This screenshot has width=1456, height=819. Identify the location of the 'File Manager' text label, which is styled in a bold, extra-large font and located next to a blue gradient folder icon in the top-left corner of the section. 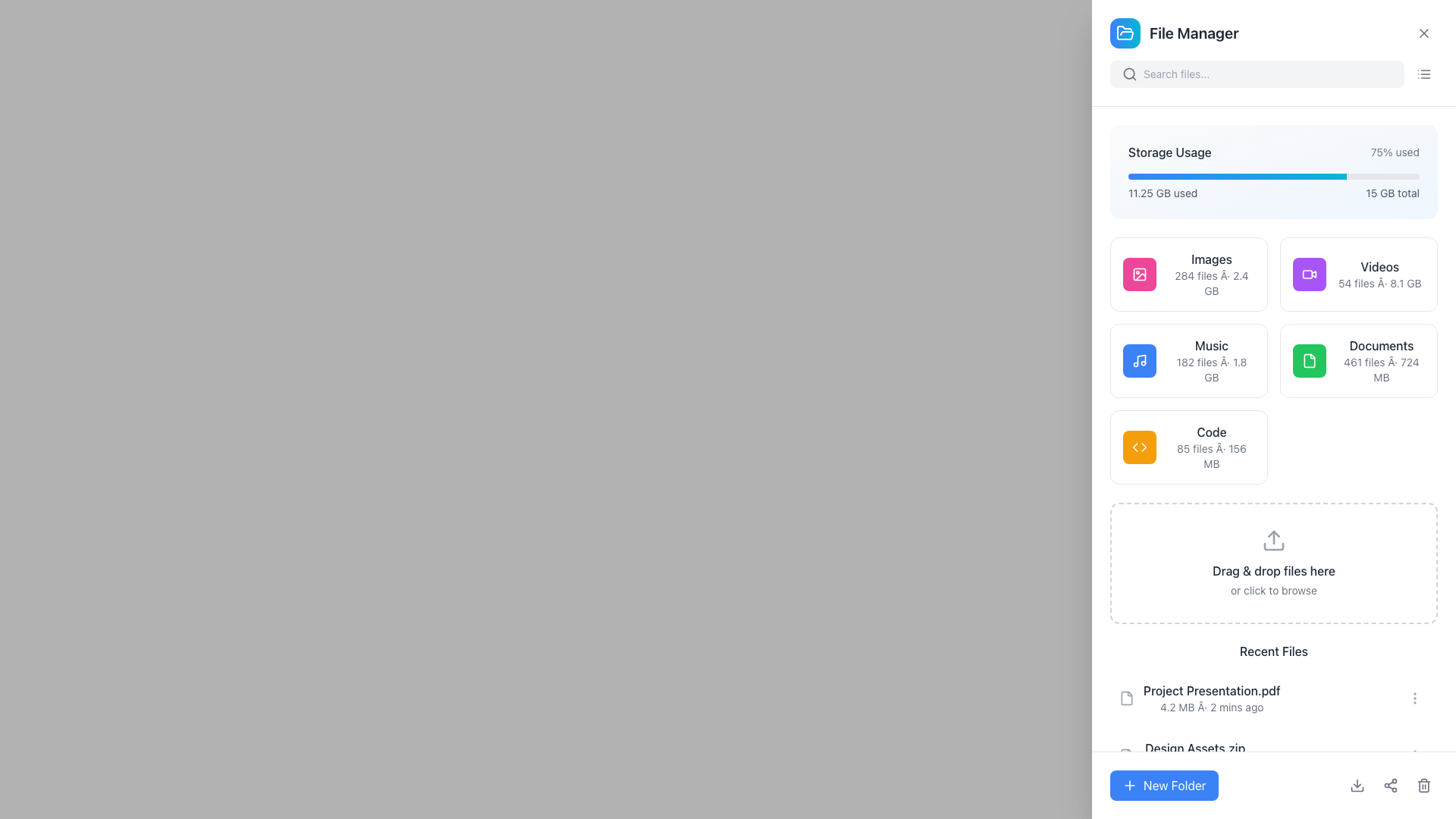
(1173, 33).